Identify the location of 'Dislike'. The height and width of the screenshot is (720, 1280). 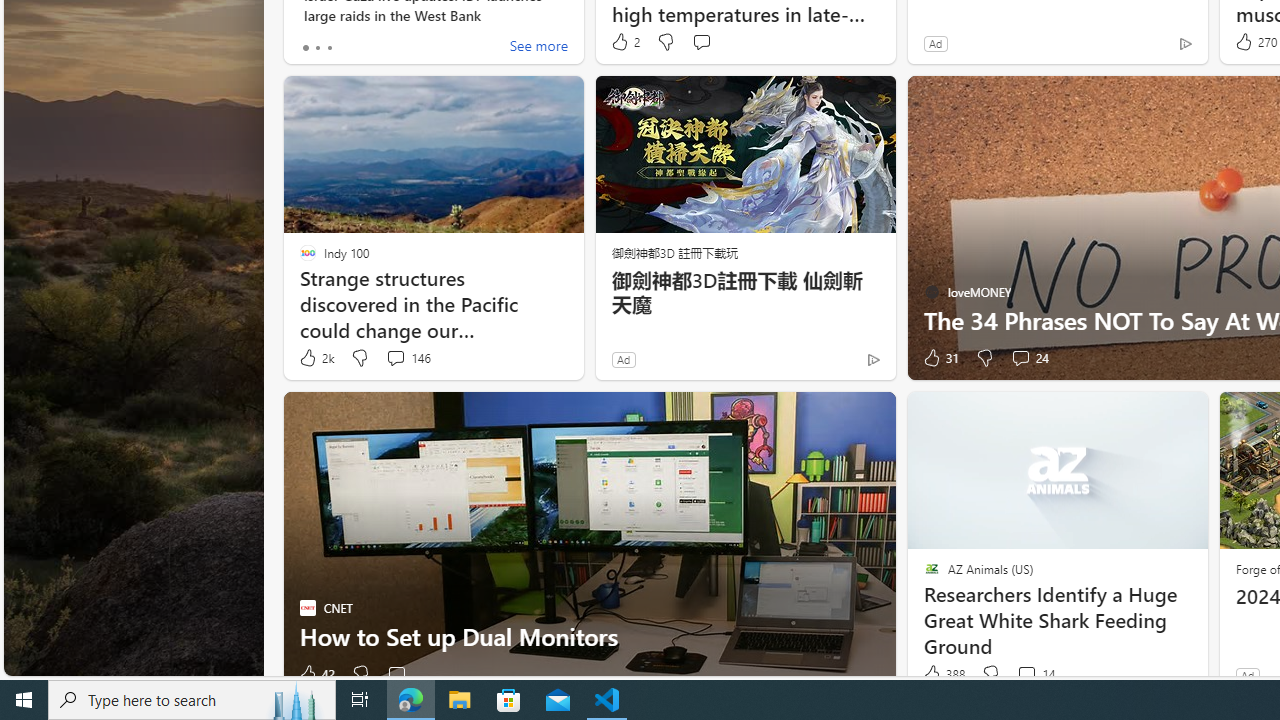
(990, 674).